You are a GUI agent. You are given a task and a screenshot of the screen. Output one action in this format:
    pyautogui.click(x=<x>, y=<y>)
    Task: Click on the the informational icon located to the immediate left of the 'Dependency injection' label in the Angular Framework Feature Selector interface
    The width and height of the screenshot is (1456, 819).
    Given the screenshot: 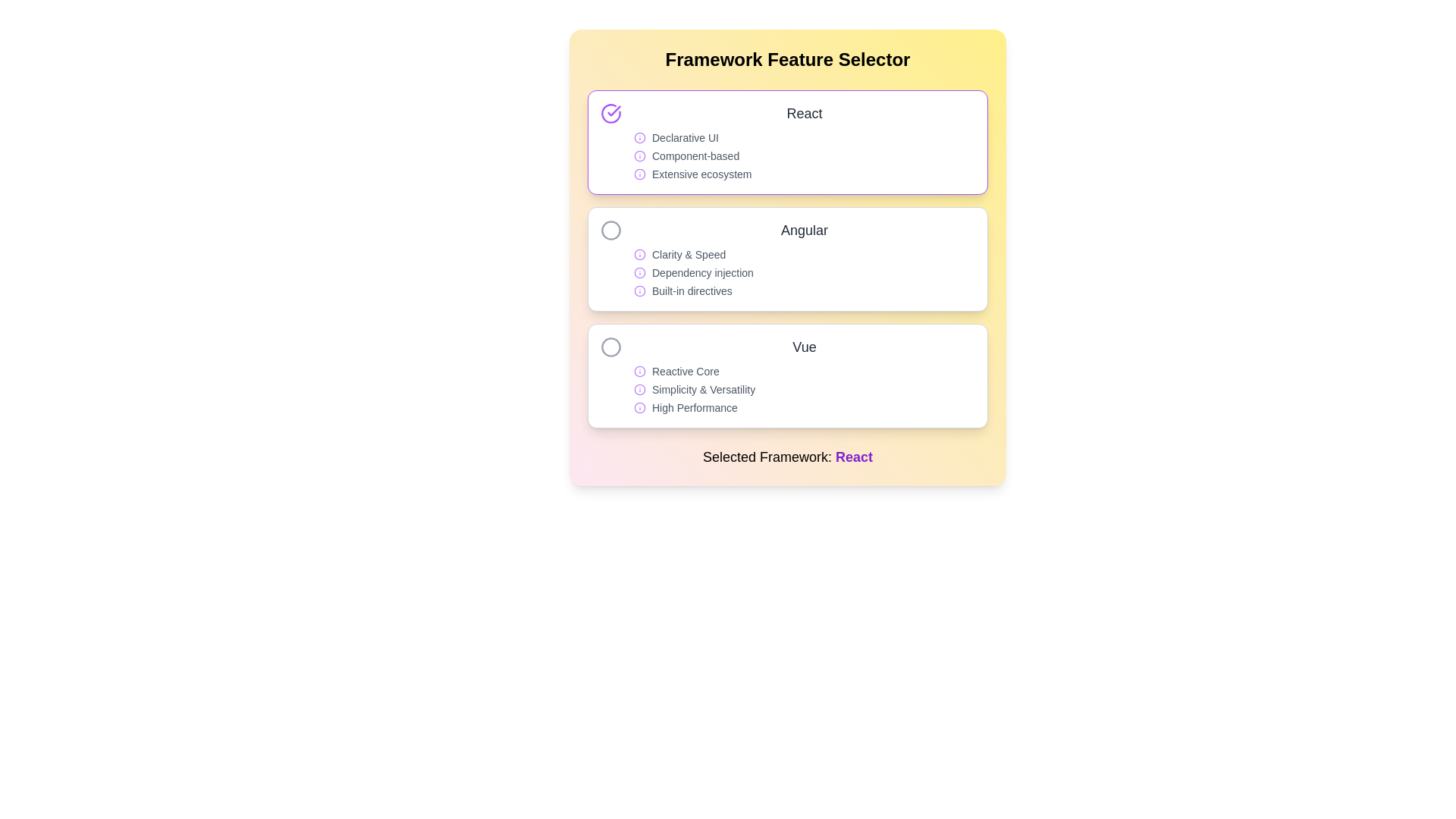 What is the action you would take?
    pyautogui.click(x=640, y=271)
    